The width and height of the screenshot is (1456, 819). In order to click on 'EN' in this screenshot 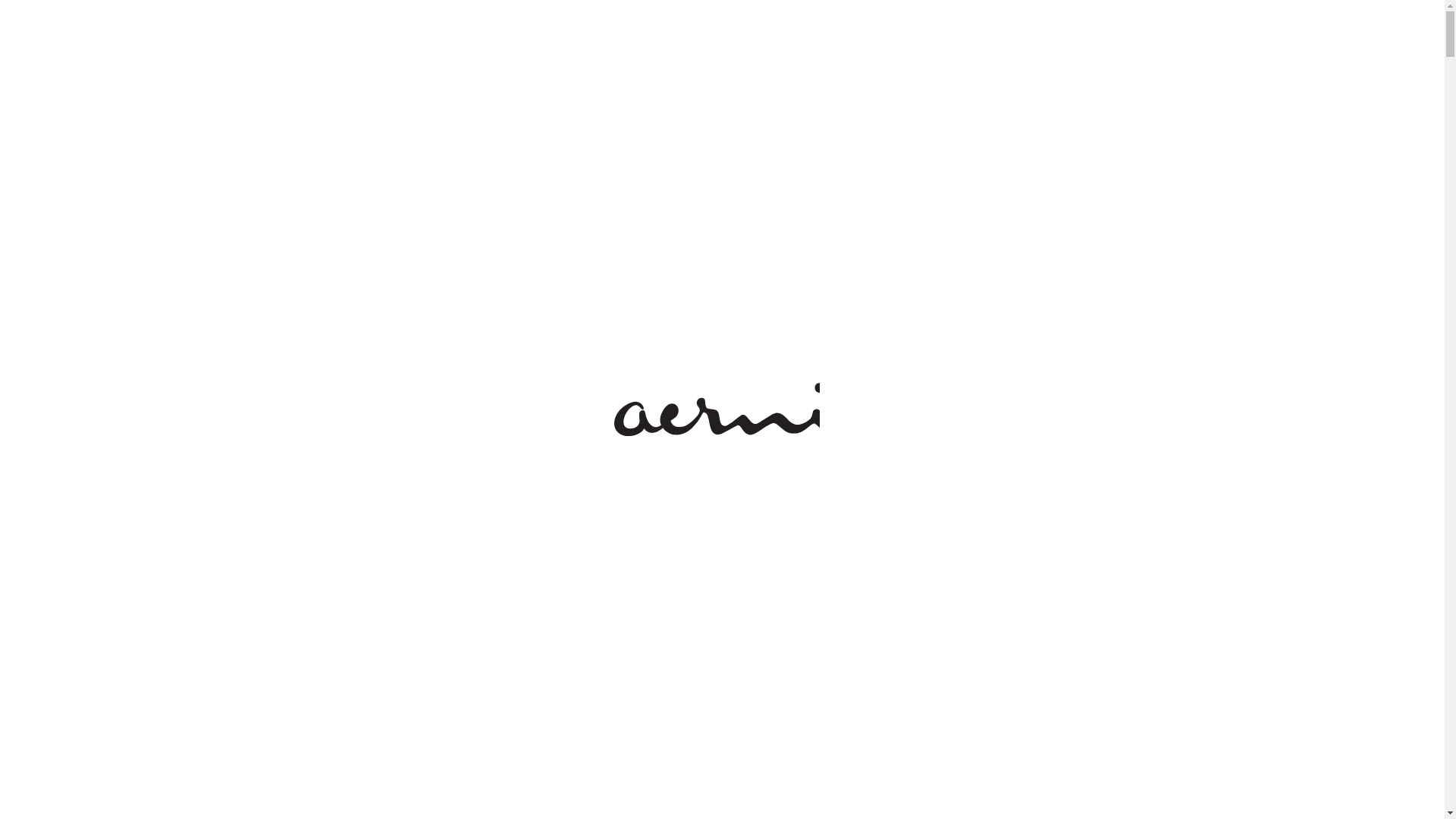, I will do `click(1388, 38)`.